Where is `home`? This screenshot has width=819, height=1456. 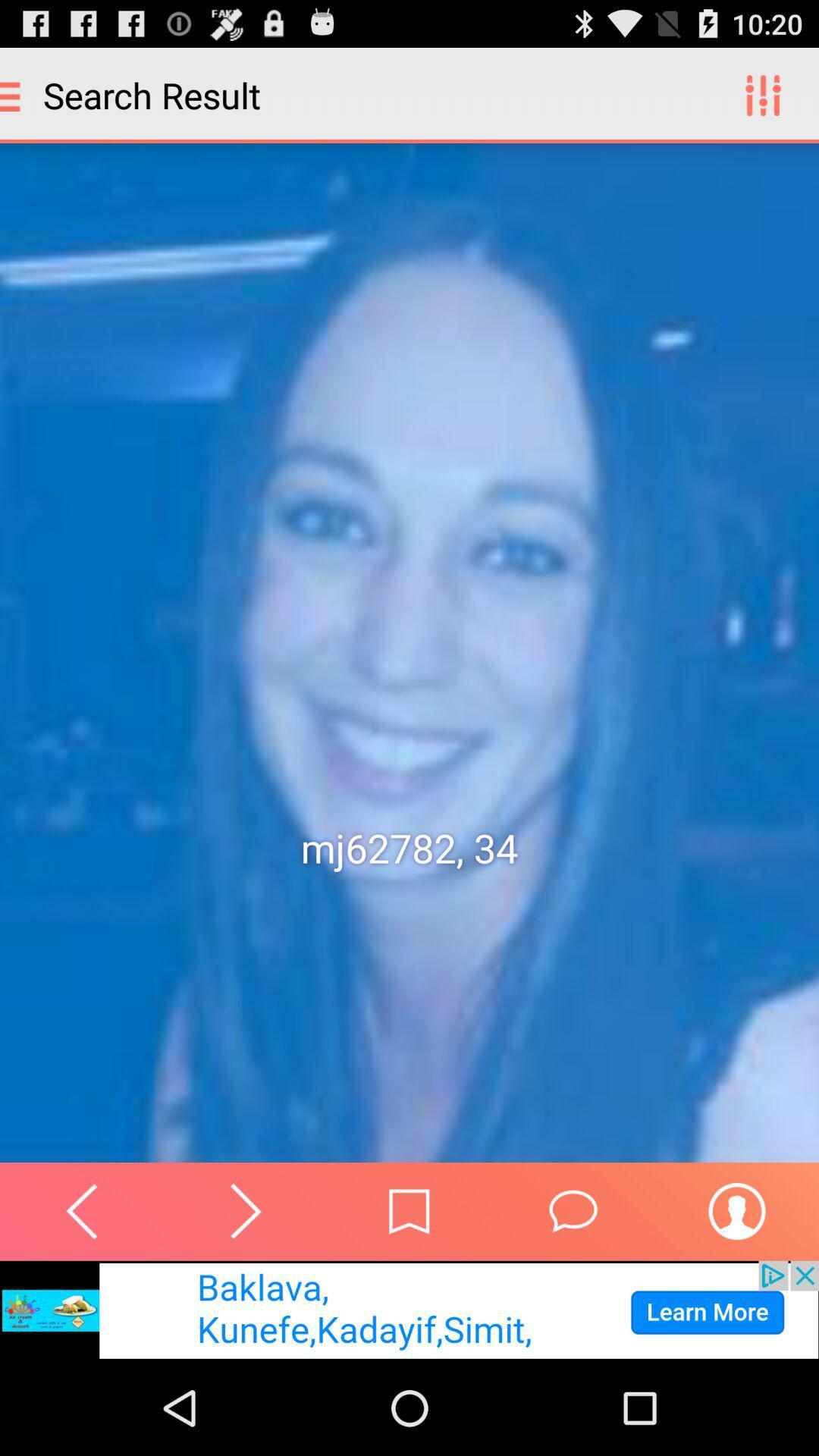 home is located at coordinates (409, 1210).